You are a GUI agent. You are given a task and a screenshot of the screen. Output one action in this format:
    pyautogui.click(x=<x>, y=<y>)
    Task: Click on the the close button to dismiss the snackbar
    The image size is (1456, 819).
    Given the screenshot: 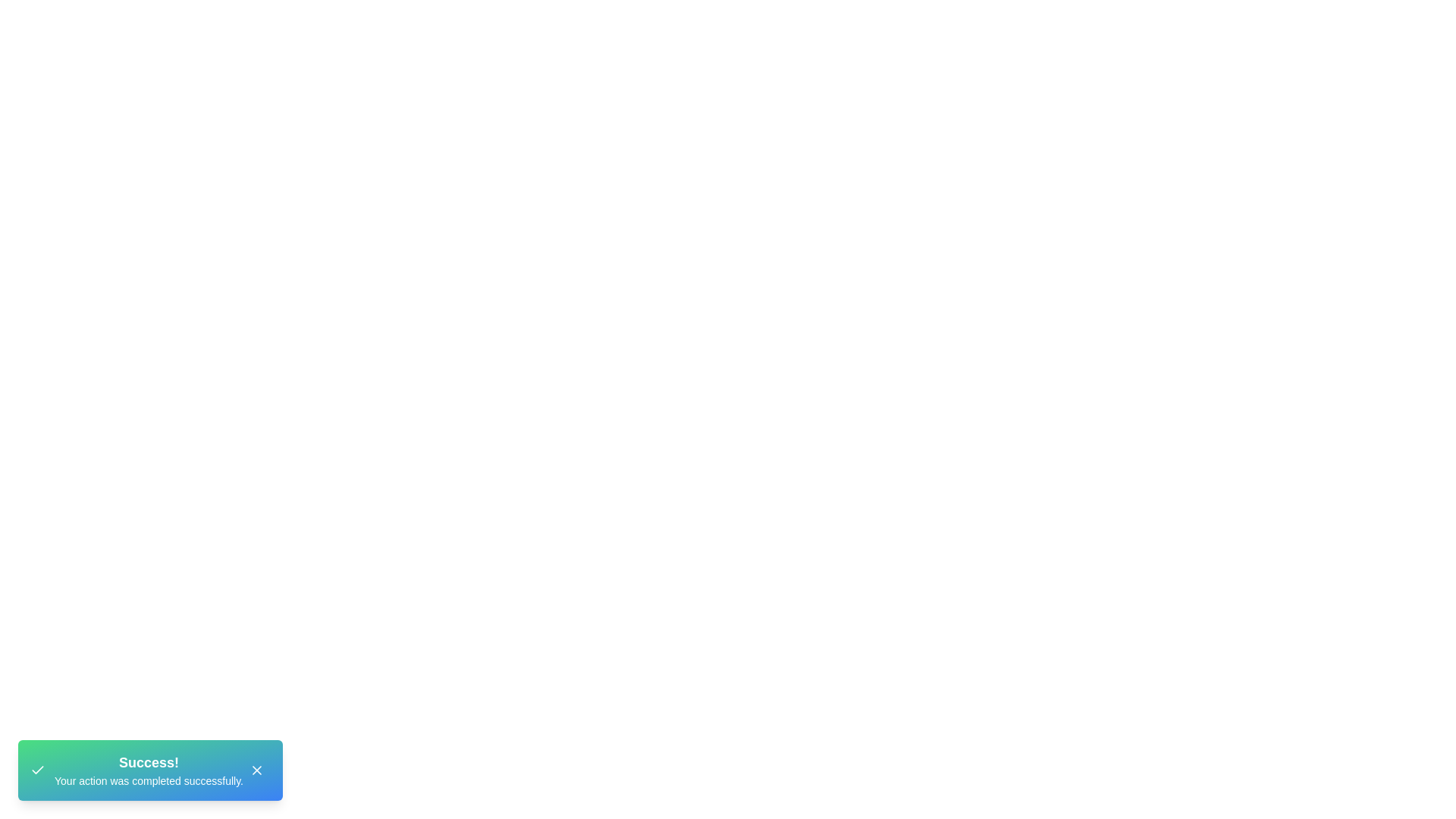 What is the action you would take?
    pyautogui.click(x=257, y=770)
    